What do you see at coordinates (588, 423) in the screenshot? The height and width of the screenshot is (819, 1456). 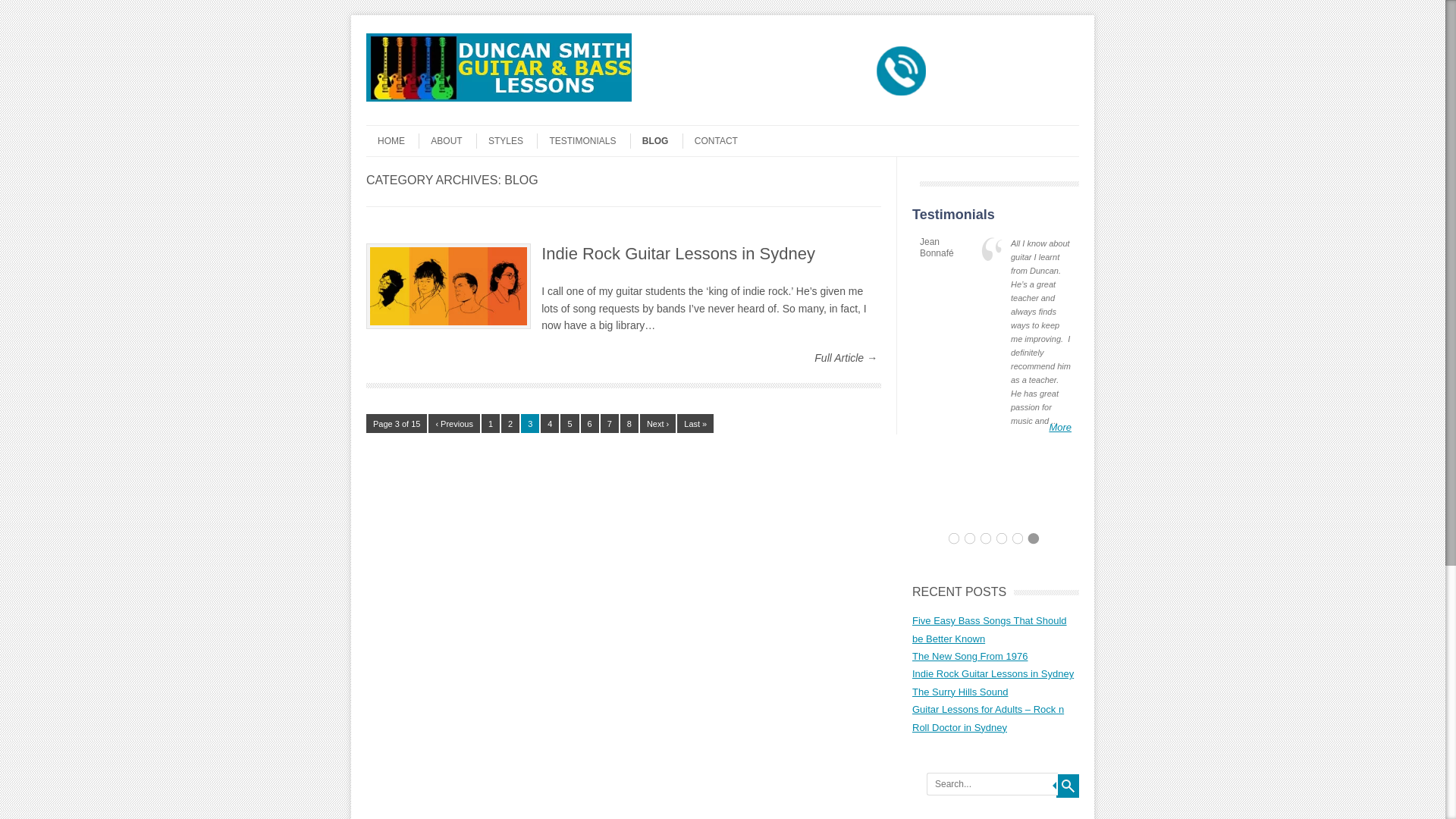 I see `'6'` at bounding box center [588, 423].